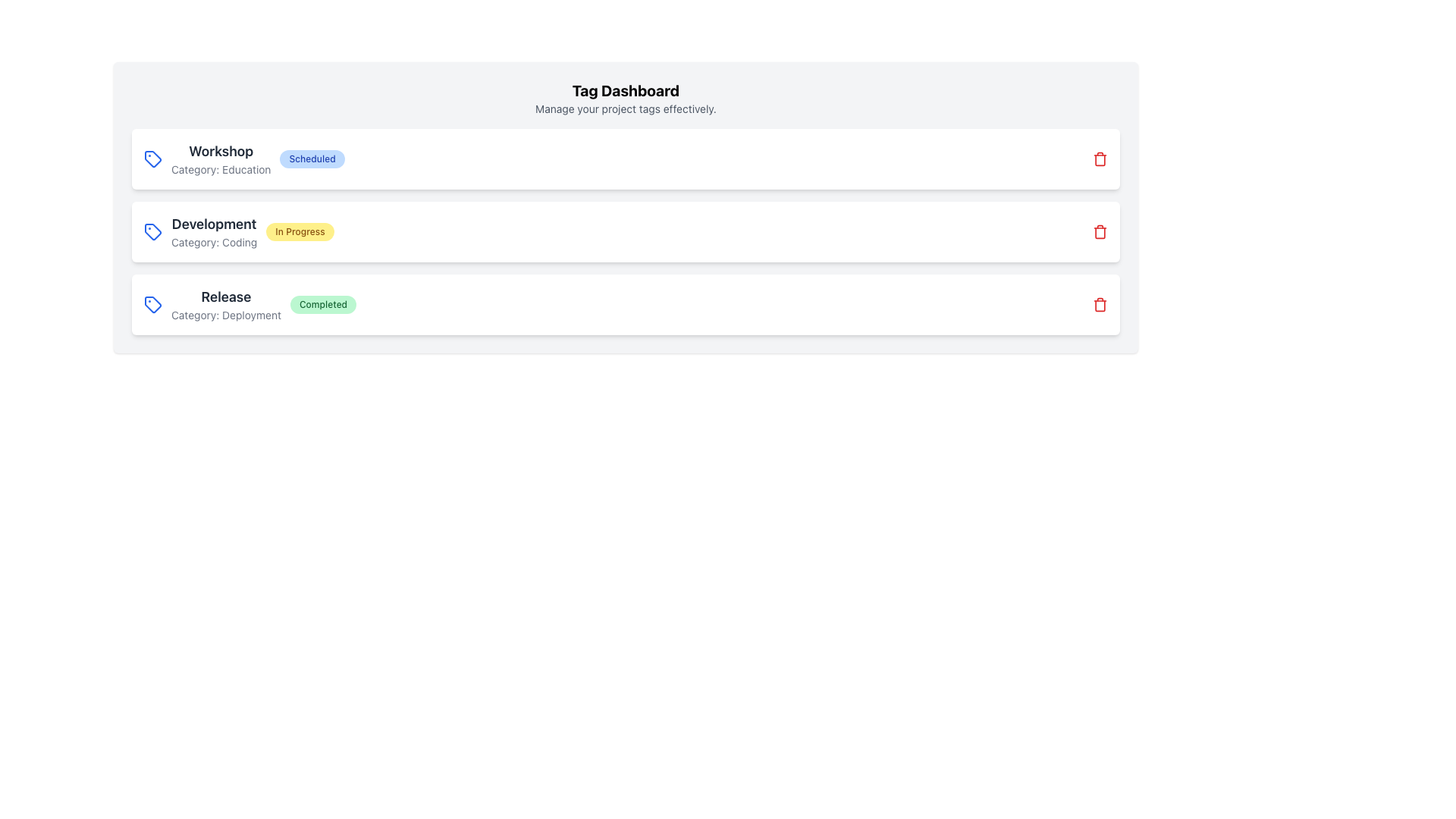  I want to click on the 'Release' text label, which is the first line of text in the third card of a vertical list layout, so click(225, 297).